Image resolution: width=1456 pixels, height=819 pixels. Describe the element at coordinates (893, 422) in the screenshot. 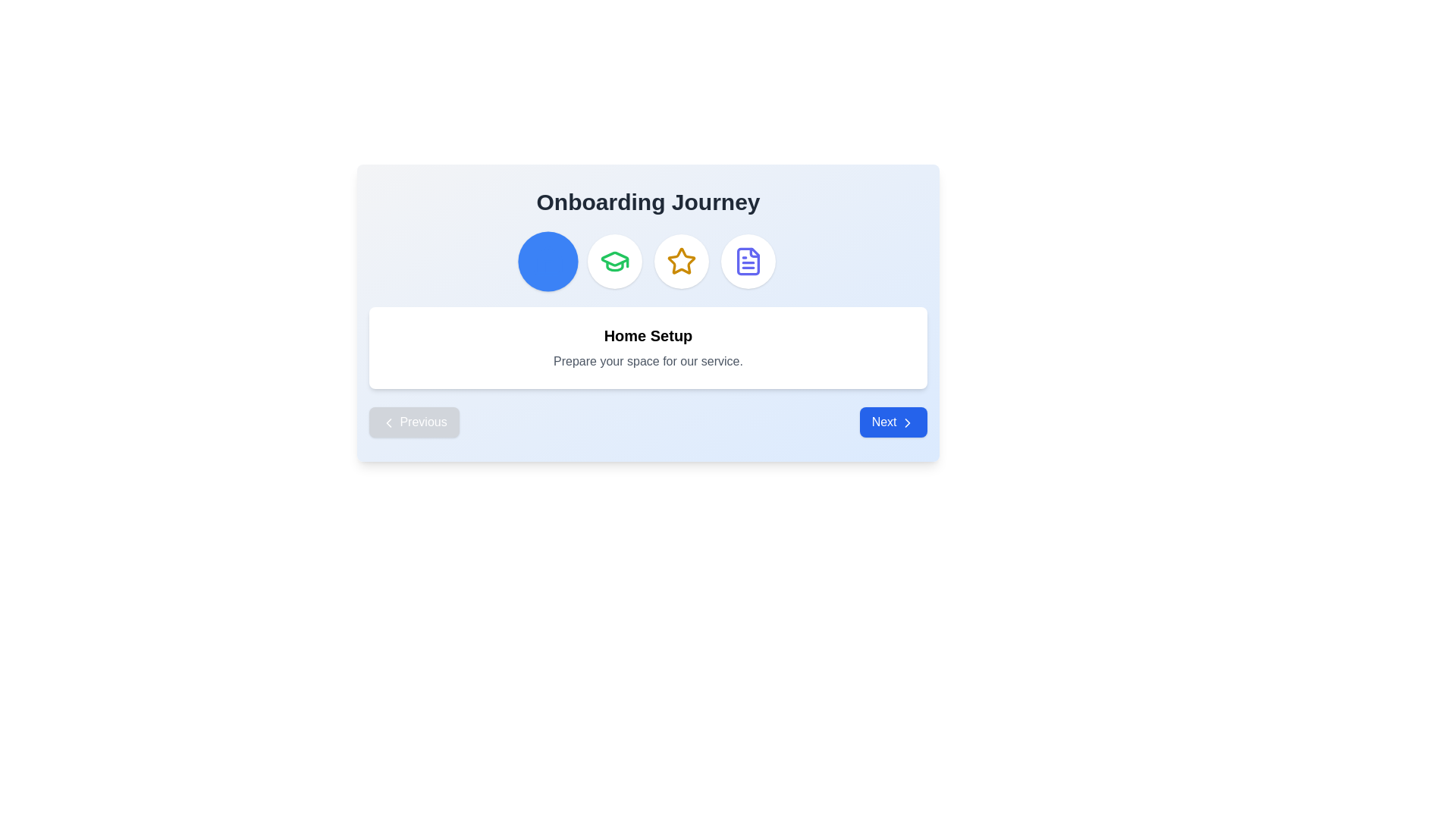

I see `the navigation button located at the bottom right of the 'Onboarding Journey' section to observe the color change` at that location.